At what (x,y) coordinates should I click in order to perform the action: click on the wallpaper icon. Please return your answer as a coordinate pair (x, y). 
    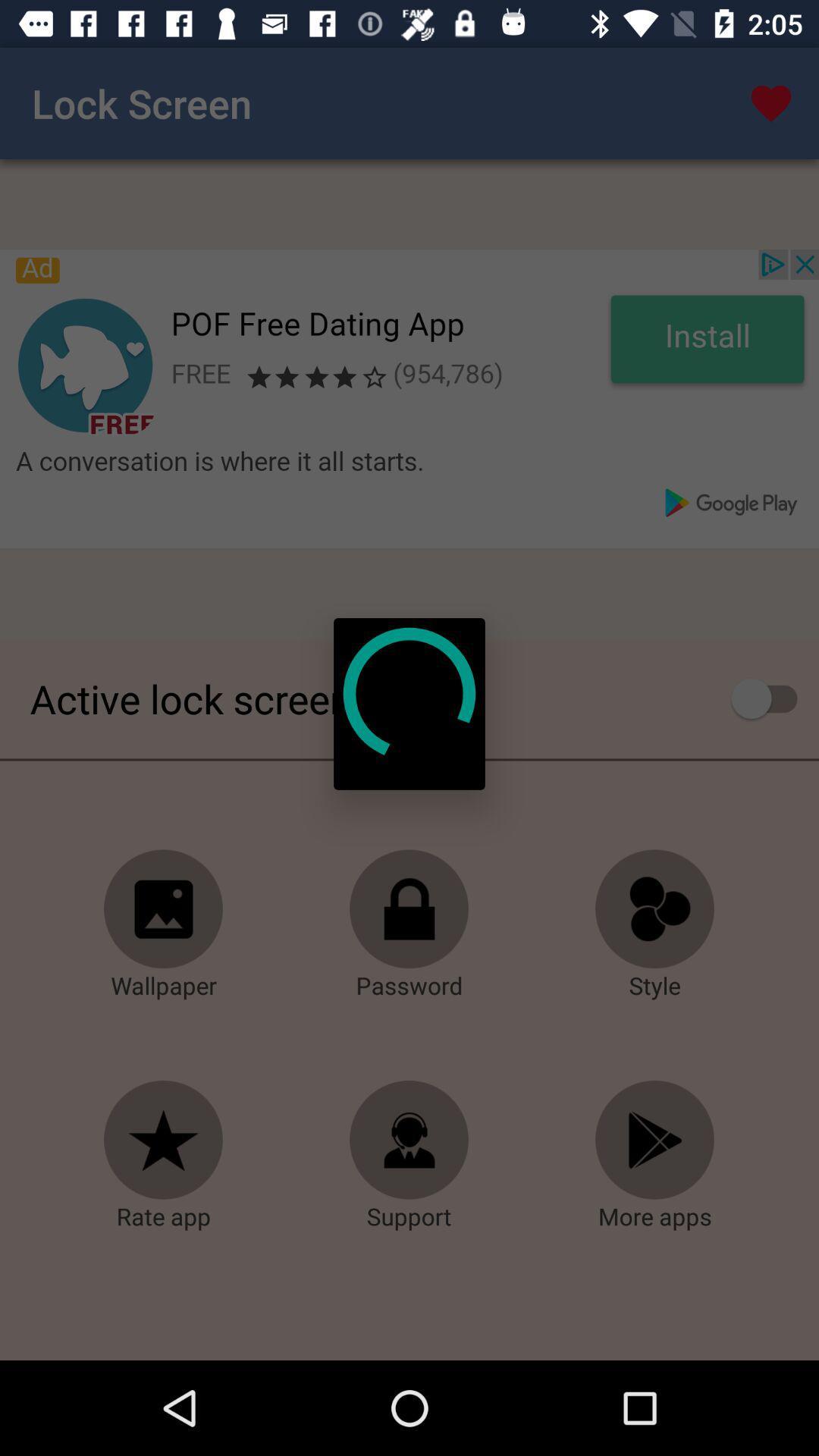
    Looking at the image, I should click on (164, 909).